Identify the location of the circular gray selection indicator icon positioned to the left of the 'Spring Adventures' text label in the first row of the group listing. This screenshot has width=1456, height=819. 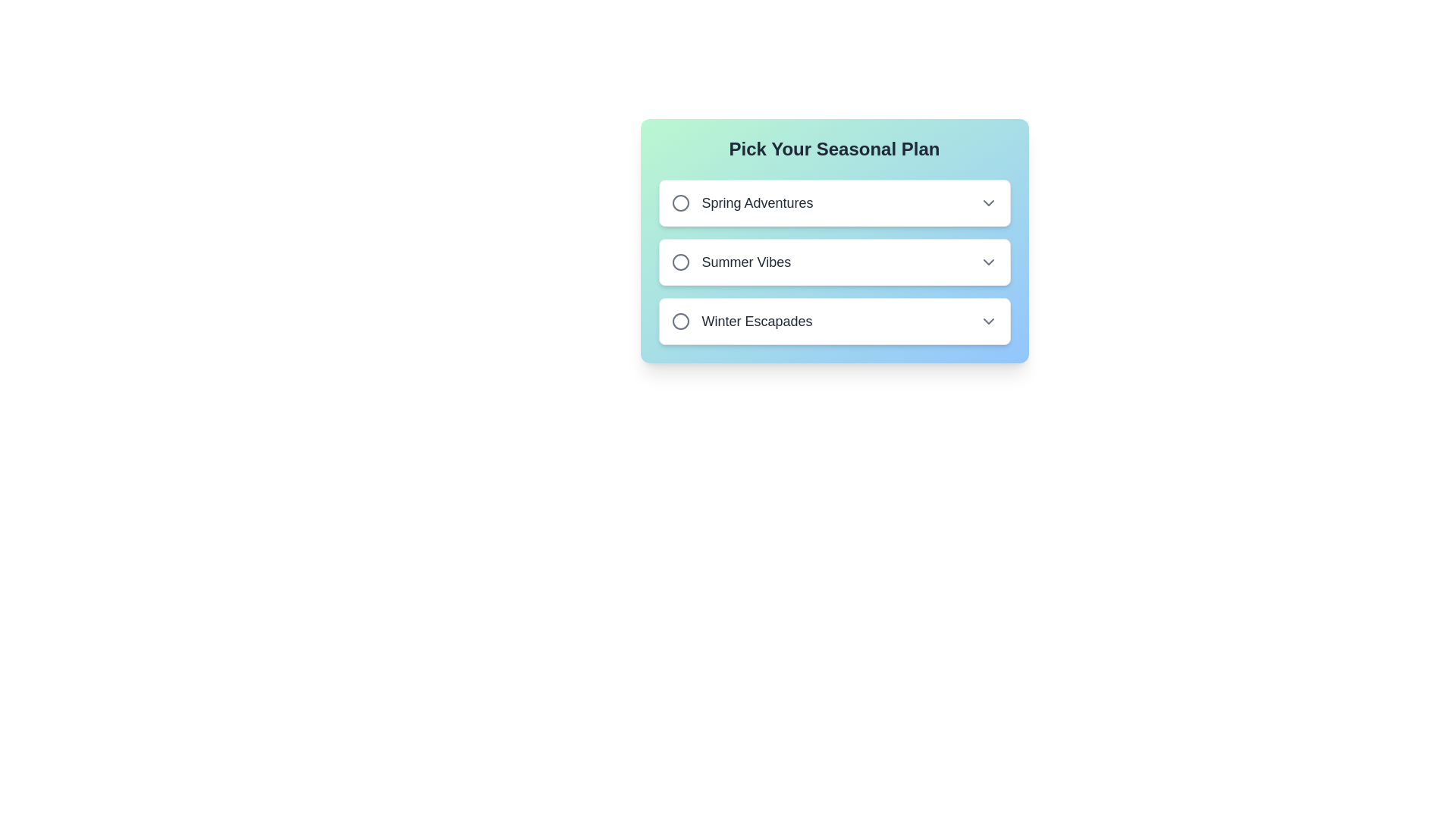
(679, 202).